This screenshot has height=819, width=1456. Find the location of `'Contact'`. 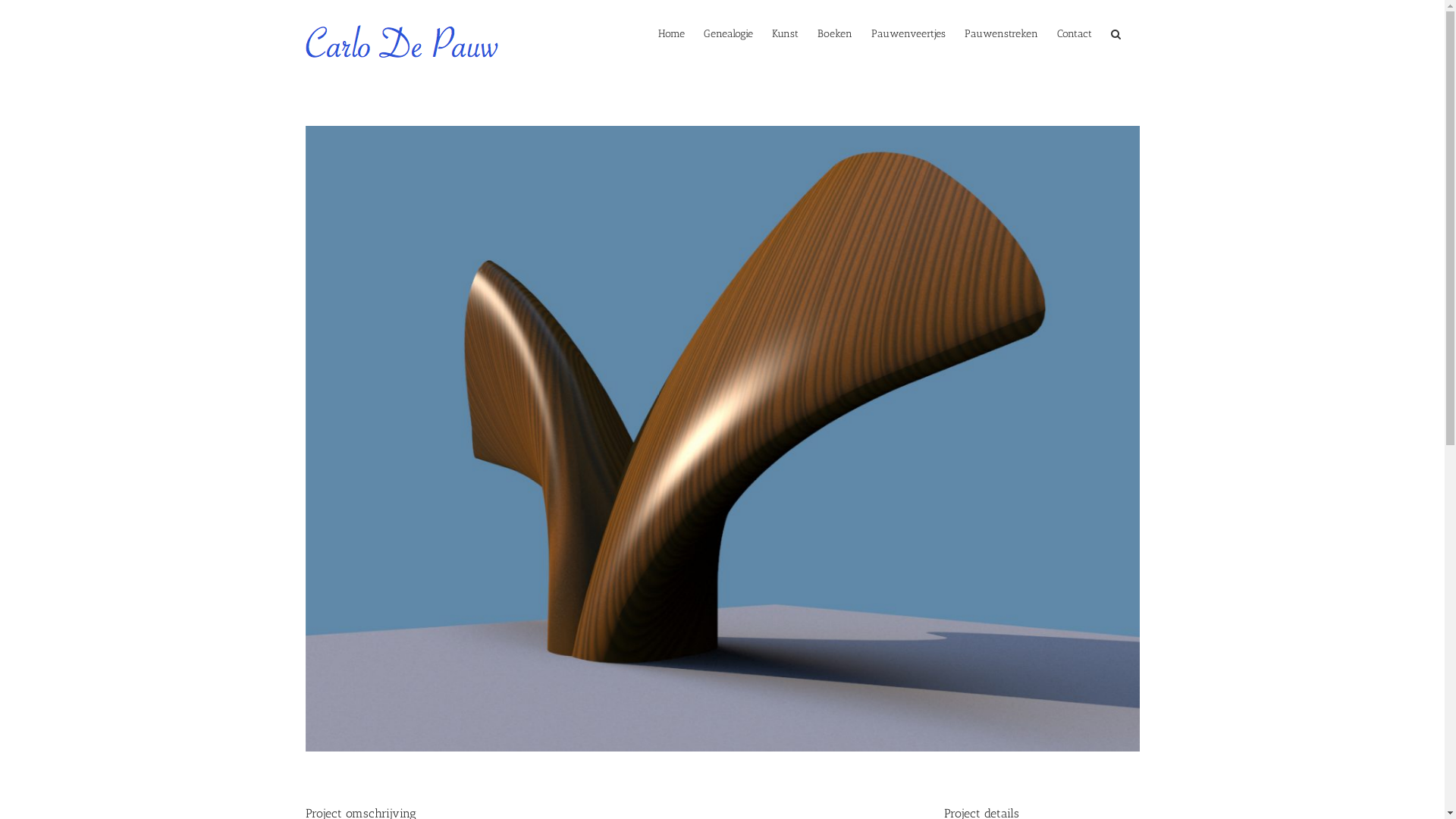

'Contact' is located at coordinates (1073, 32).